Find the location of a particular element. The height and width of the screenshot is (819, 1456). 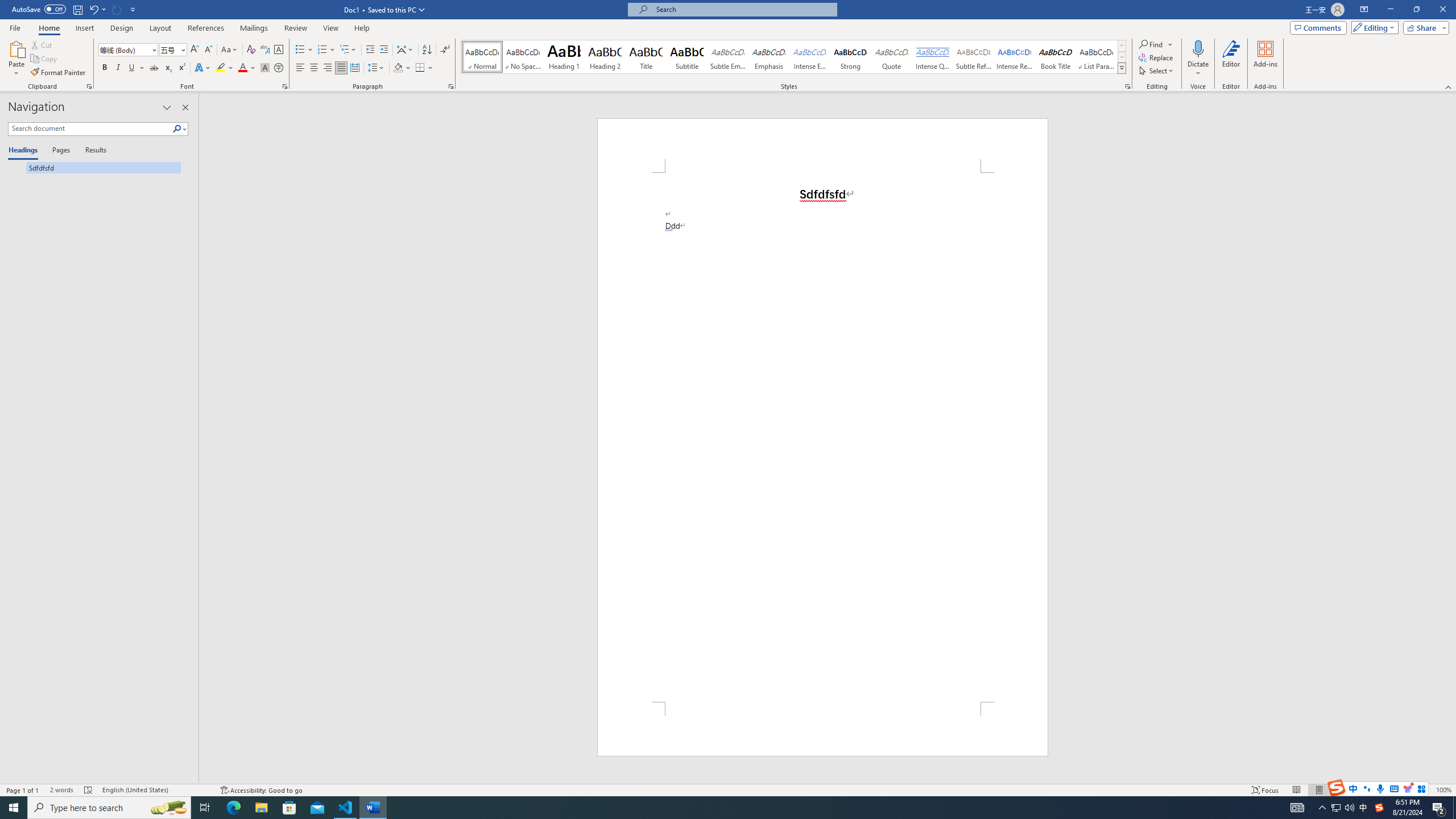

'Intense Quote' is located at coordinates (932, 56).